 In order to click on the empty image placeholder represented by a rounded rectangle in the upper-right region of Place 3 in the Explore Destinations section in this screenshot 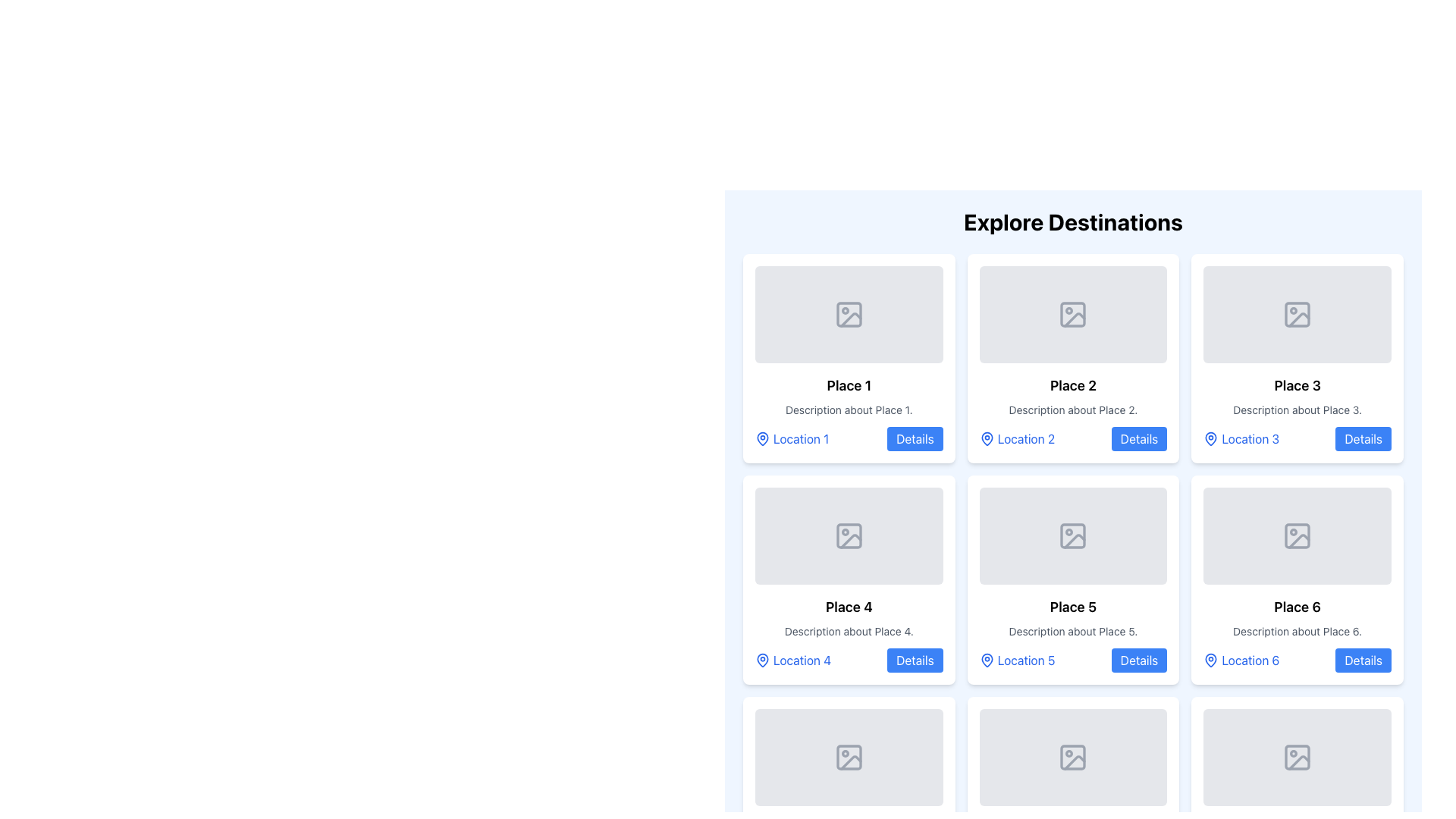, I will do `click(1297, 314)`.